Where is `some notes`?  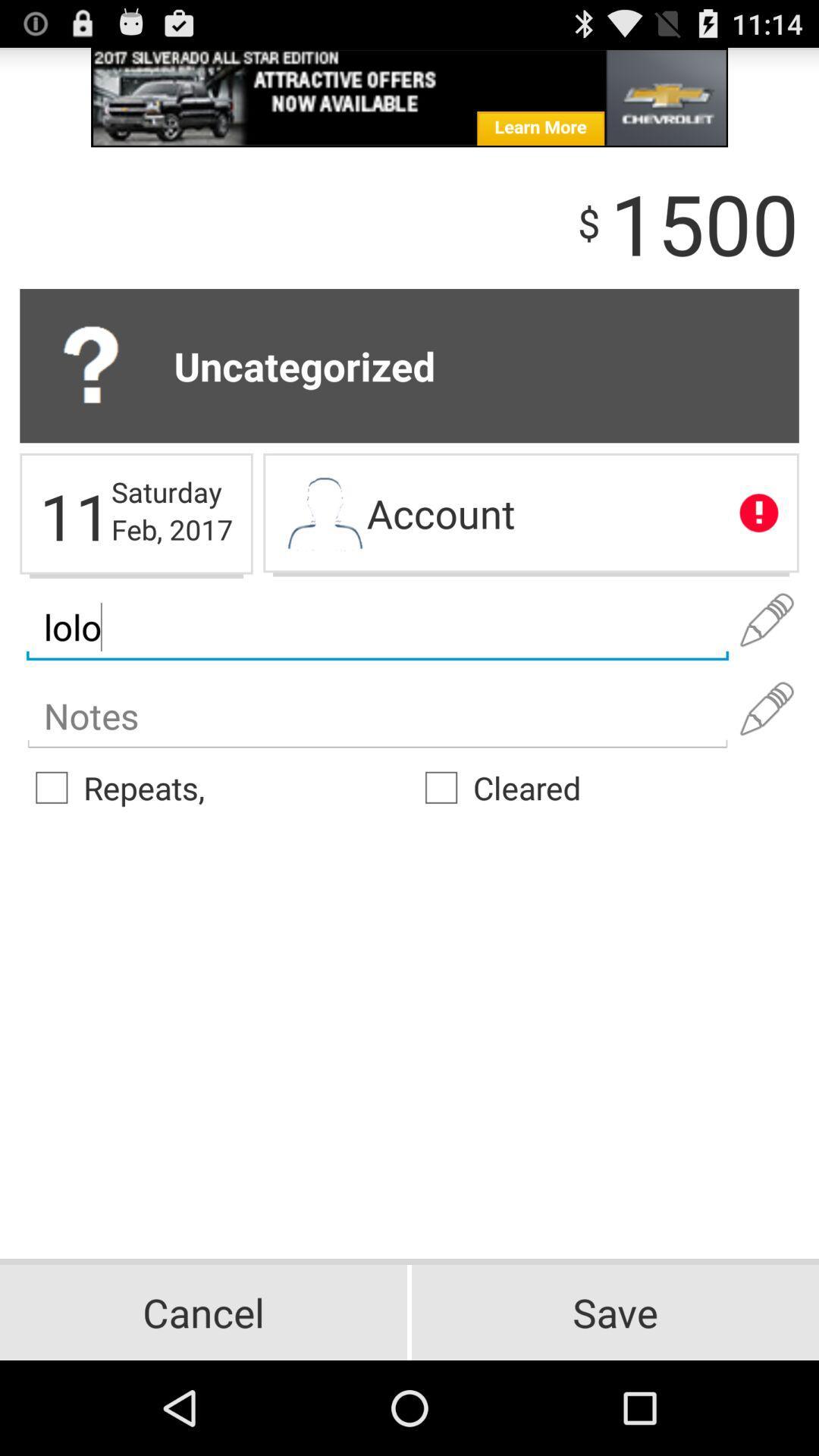 some notes is located at coordinates (376, 716).